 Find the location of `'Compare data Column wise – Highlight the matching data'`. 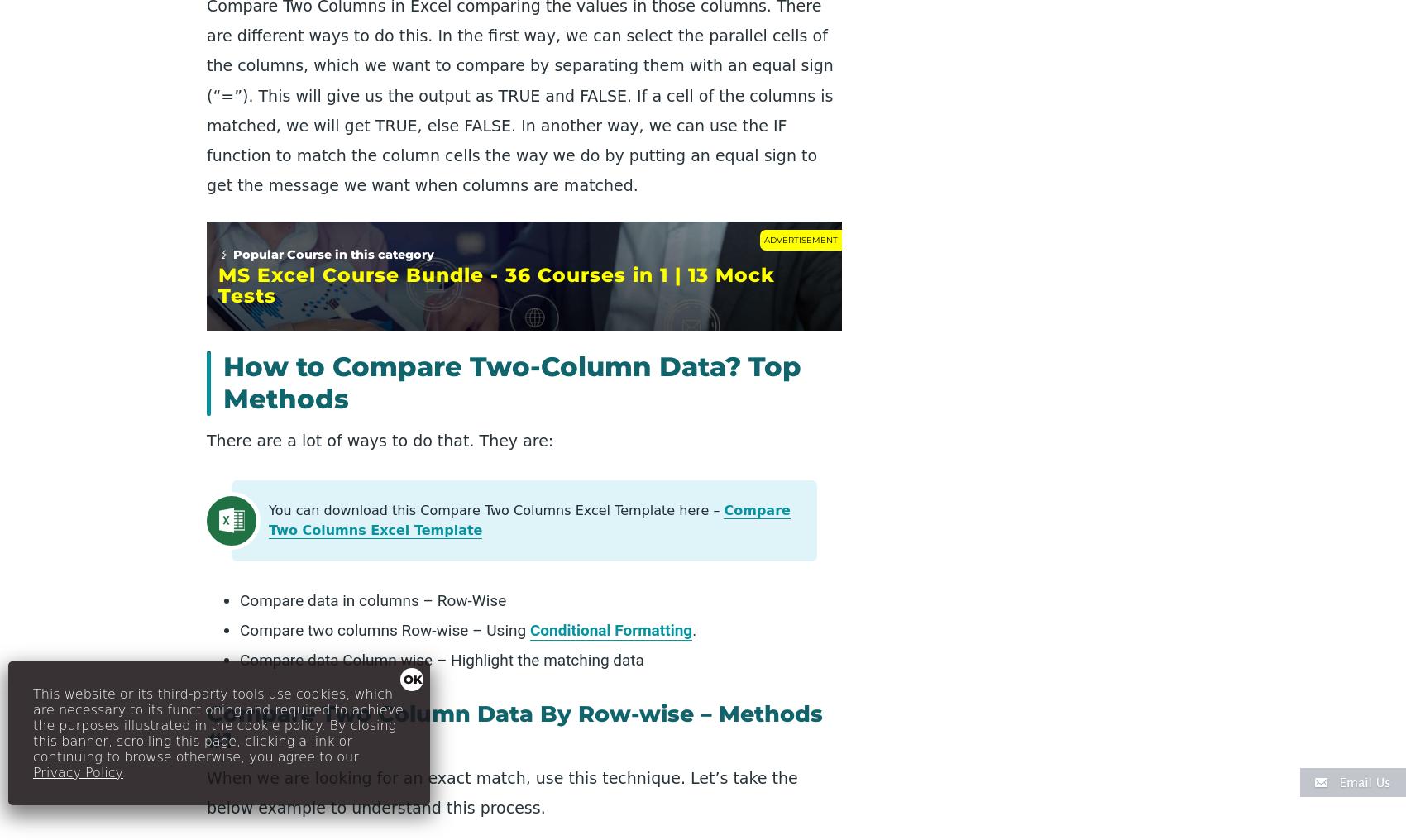

'Compare data Column wise – Highlight the matching data' is located at coordinates (440, 659).